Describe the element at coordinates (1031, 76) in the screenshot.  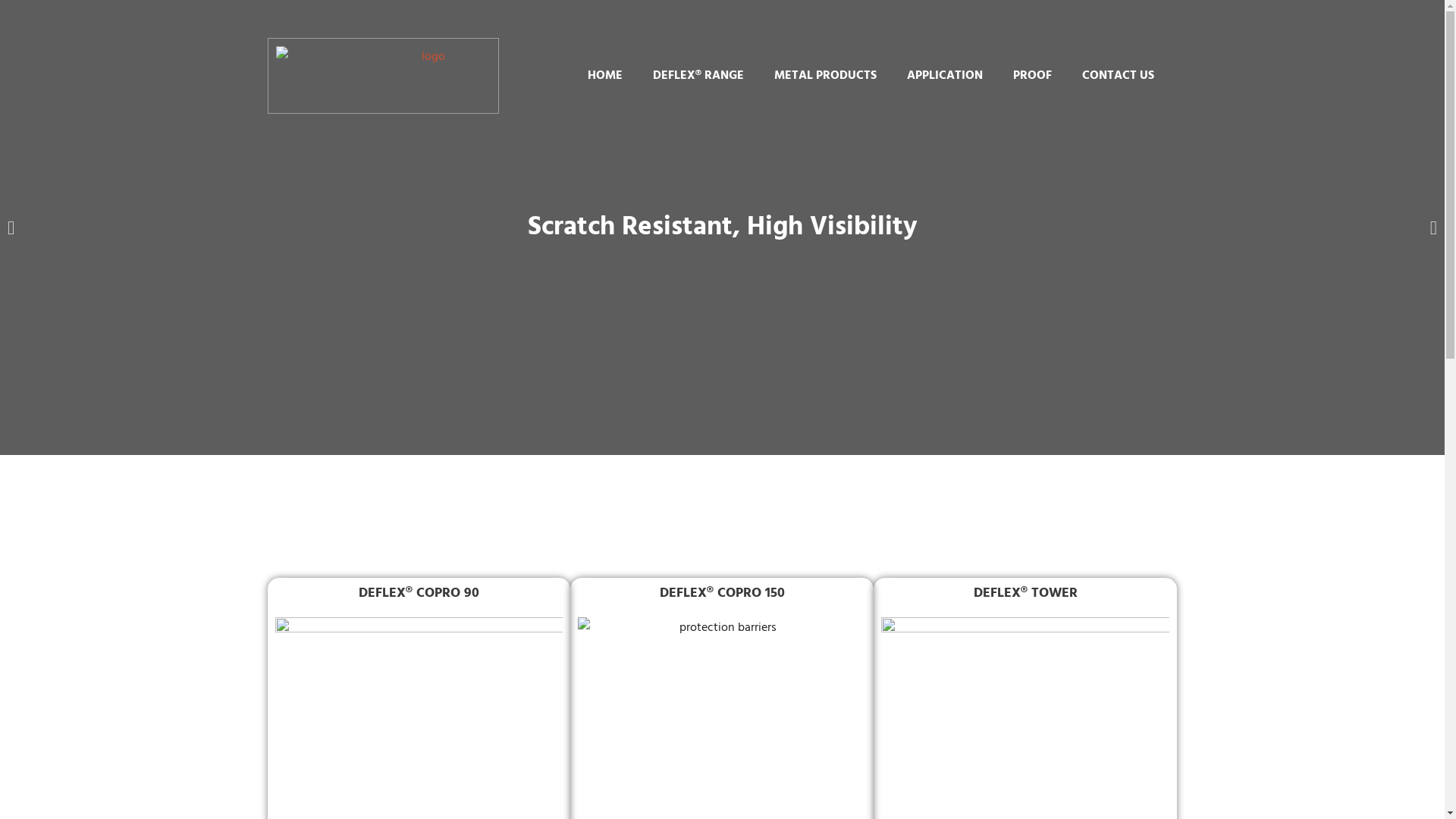
I see `'PROOF'` at that location.